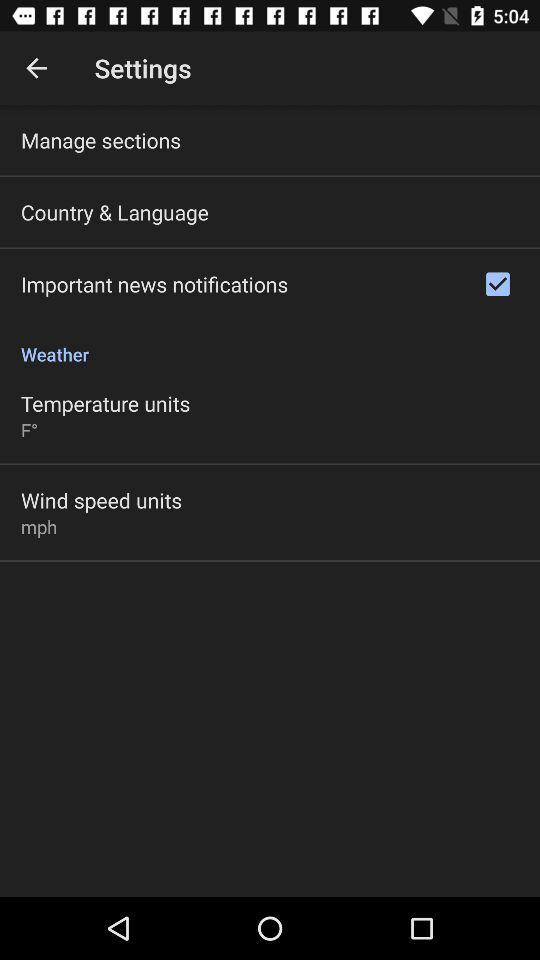 The height and width of the screenshot is (960, 540). I want to click on the manage sections icon, so click(100, 139).